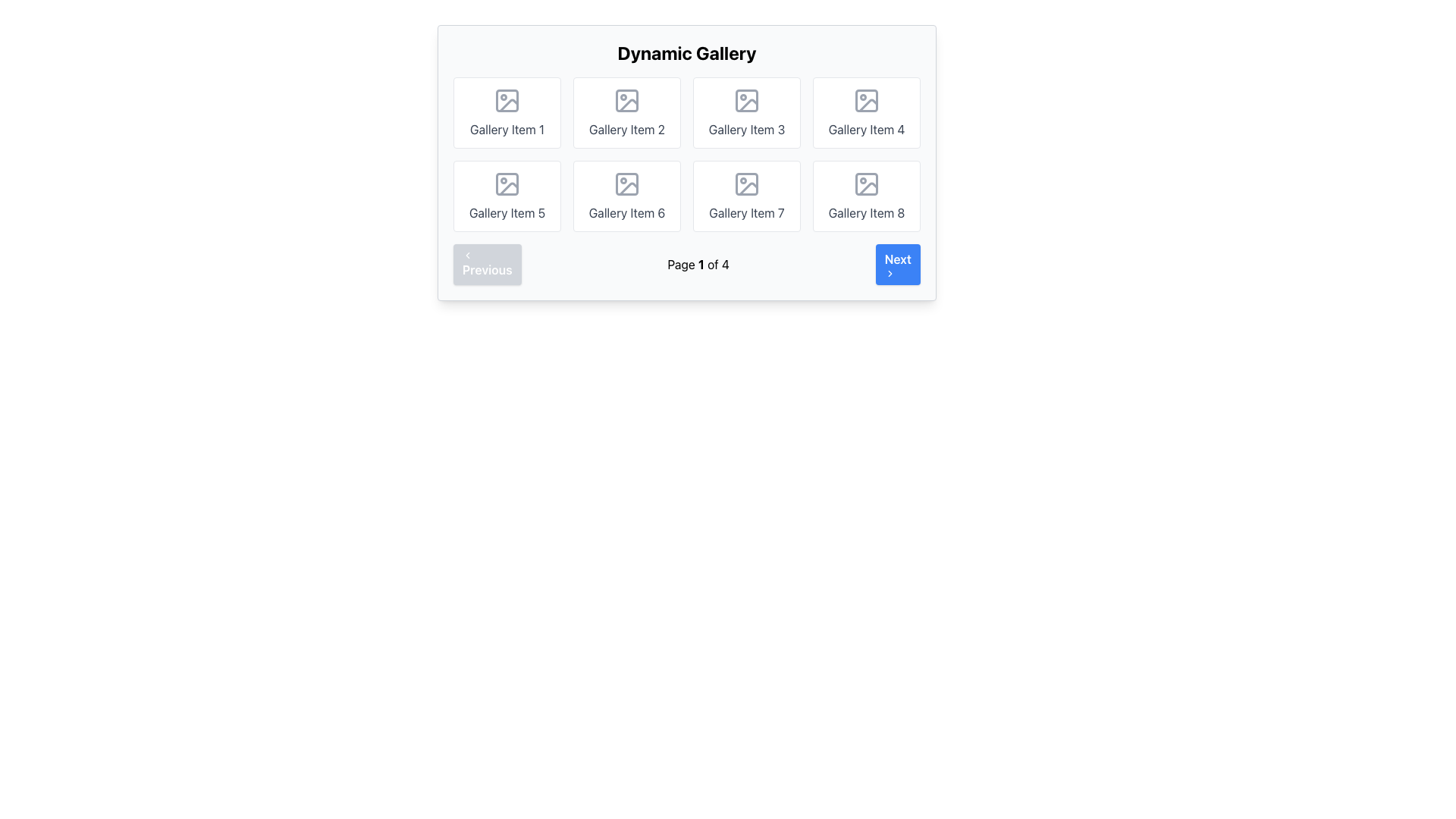 The width and height of the screenshot is (1456, 819). What do you see at coordinates (746, 100) in the screenshot?
I see `the icon shaped like an outlined photo frame with rounded corners, located in the grid under 'Dynamic Gallery' within 'Gallery Item 3'` at bounding box center [746, 100].